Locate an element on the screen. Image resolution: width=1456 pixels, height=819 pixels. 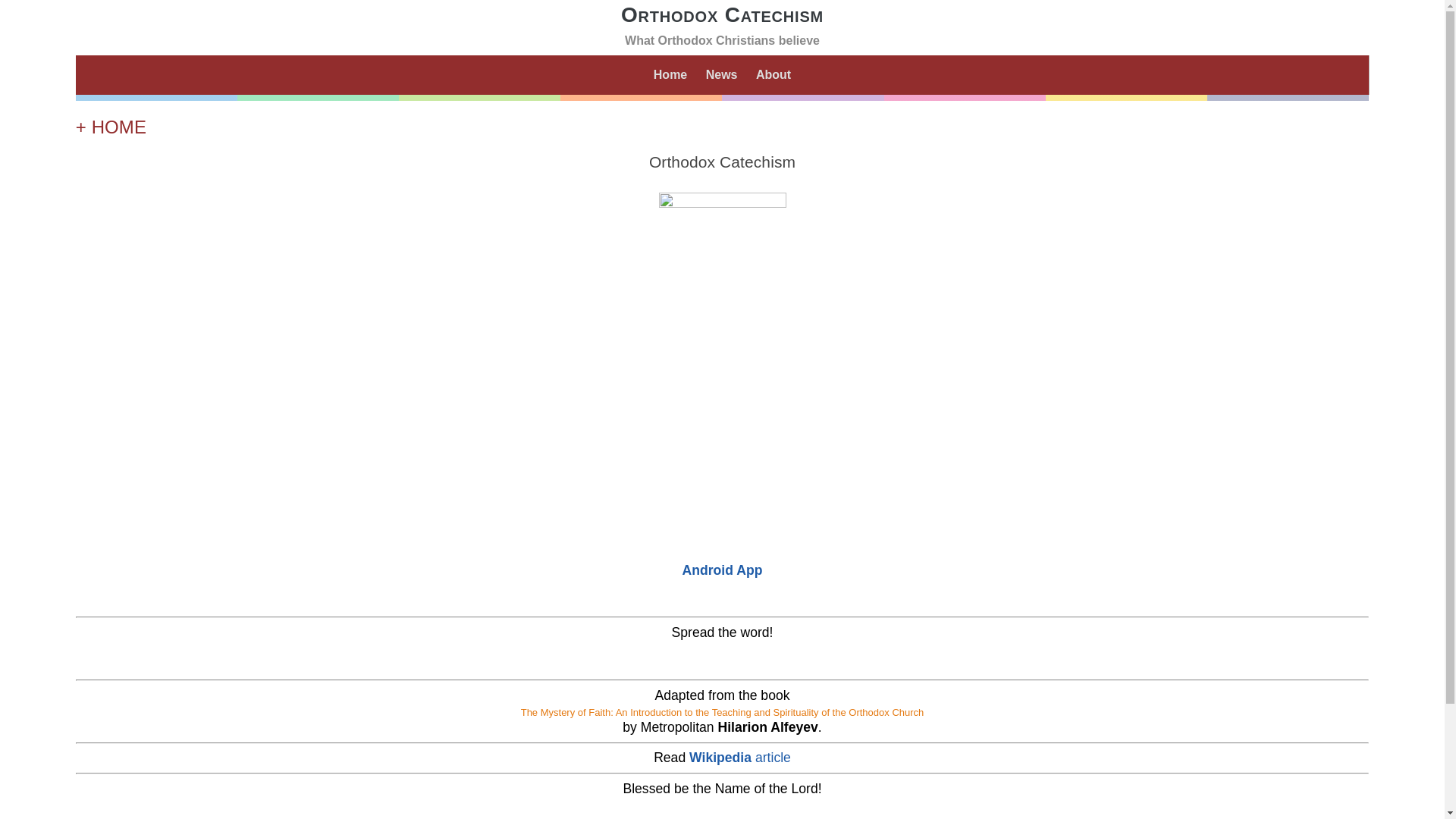
'News' is located at coordinates (720, 75).